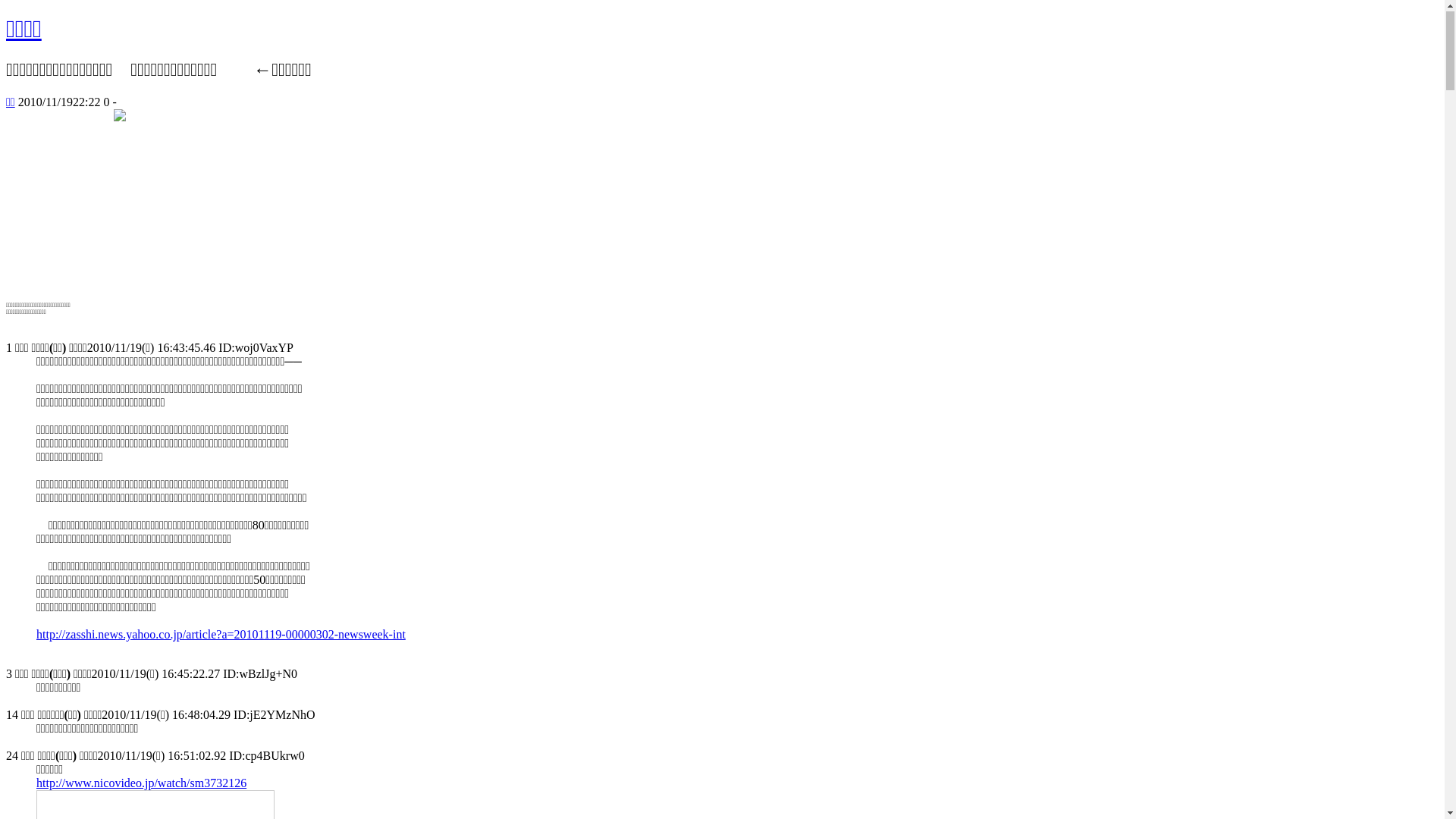 This screenshot has height=819, width=1456. Describe the element at coordinates (141, 783) in the screenshot. I see `'http://www.nicovideo.jp/watch/sm3732126'` at that location.